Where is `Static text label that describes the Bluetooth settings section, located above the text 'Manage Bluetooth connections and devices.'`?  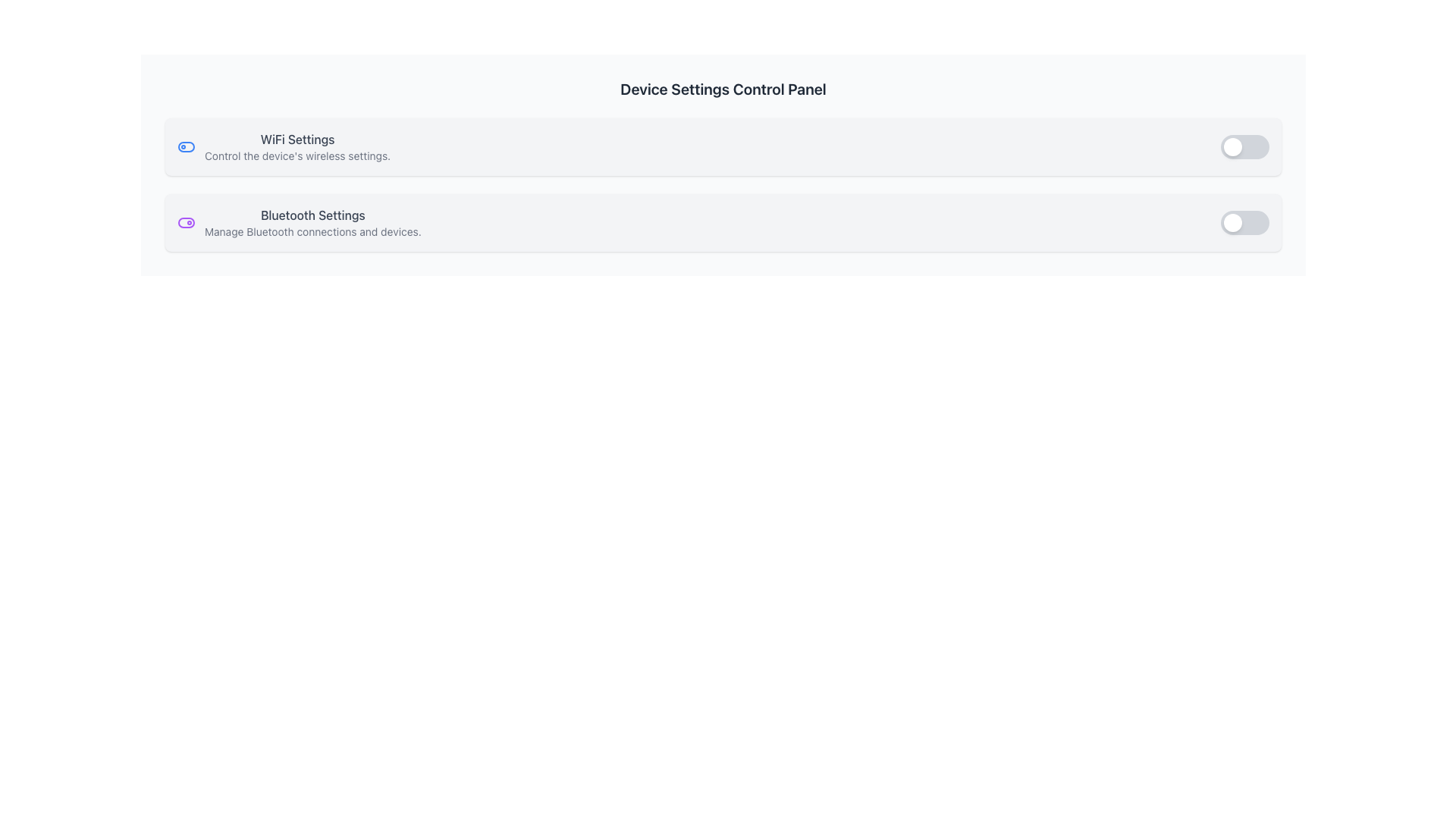 Static text label that describes the Bluetooth settings section, located above the text 'Manage Bluetooth connections and devices.' is located at coordinates (312, 215).